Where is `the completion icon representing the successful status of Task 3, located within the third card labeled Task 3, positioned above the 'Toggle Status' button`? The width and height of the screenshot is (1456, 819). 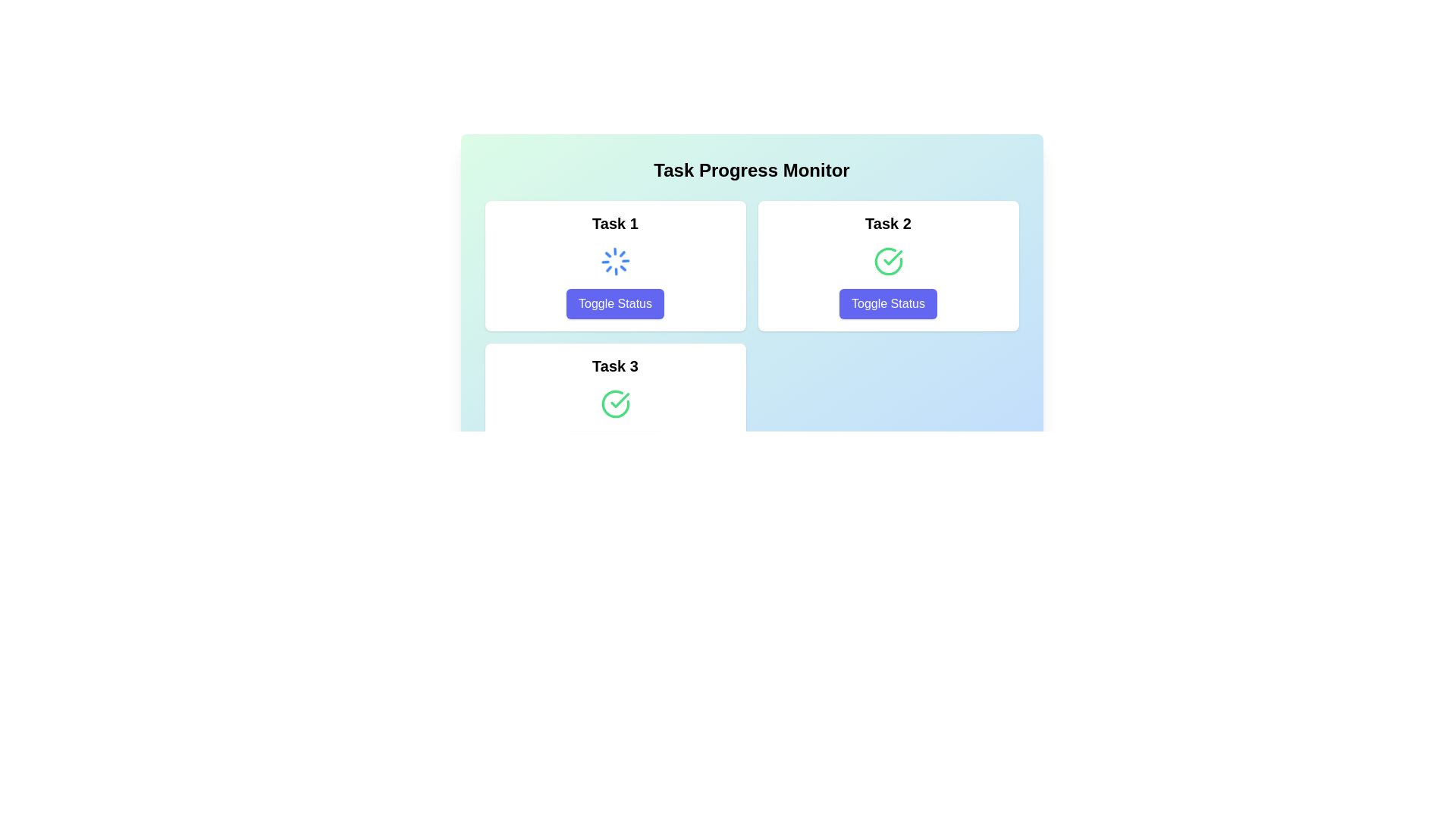 the completion icon representing the successful status of Task 3, located within the third card labeled Task 3, positioned above the 'Toggle Status' button is located at coordinates (620, 400).